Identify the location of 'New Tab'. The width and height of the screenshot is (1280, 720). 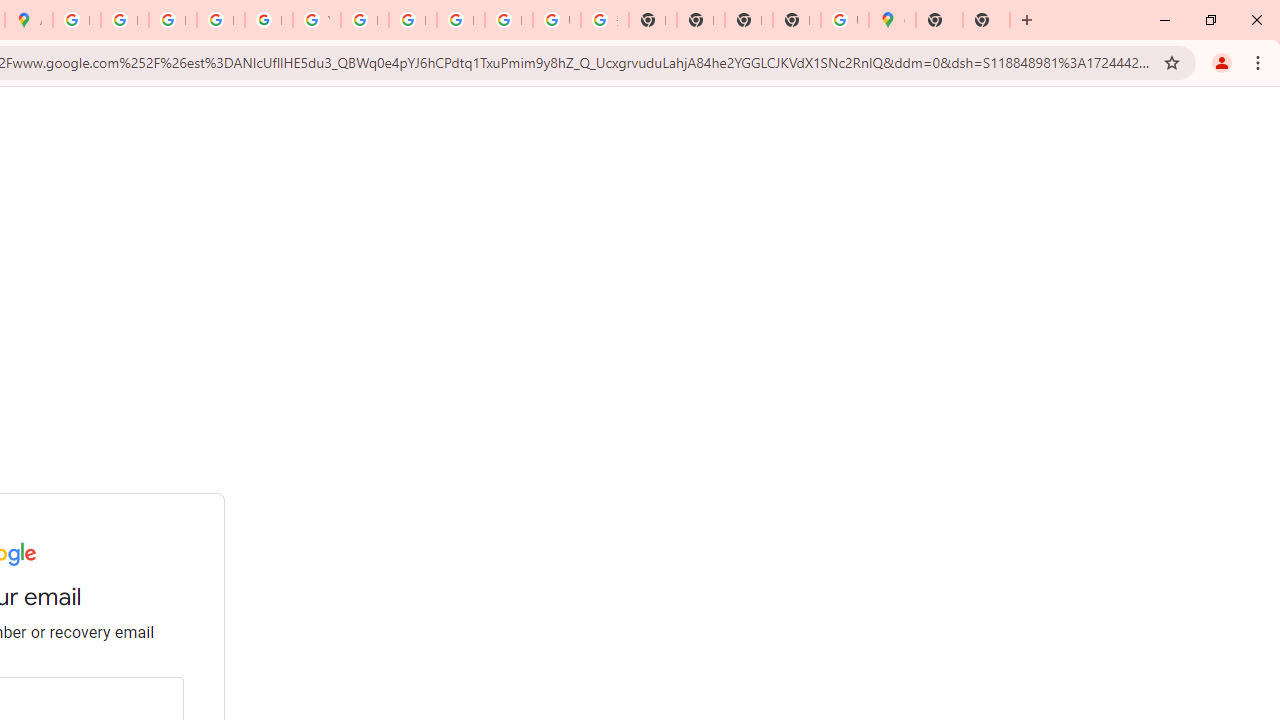
(986, 20).